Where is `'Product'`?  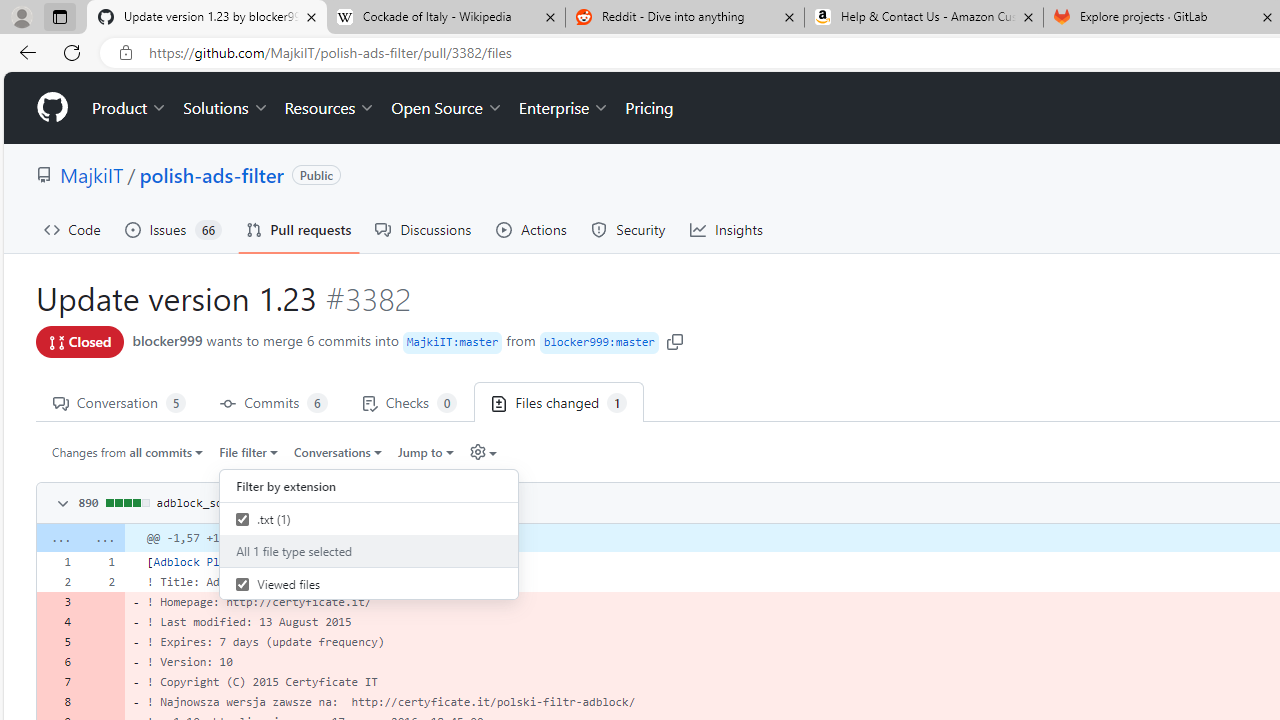
'Product' is located at coordinates (129, 108).